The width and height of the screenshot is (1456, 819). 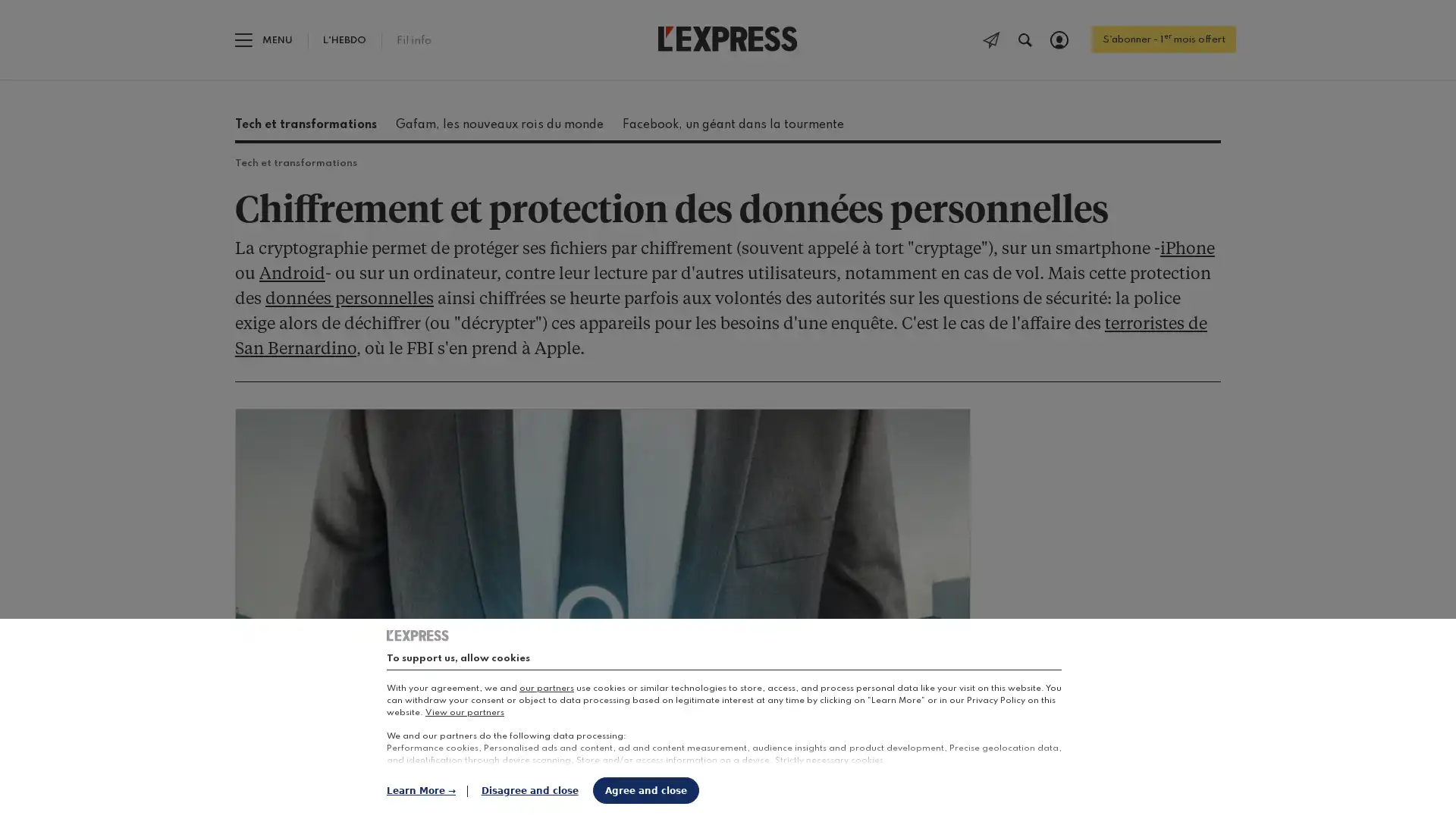 I want to click on Agree to our data processing and close, so click(x=645, y=789).